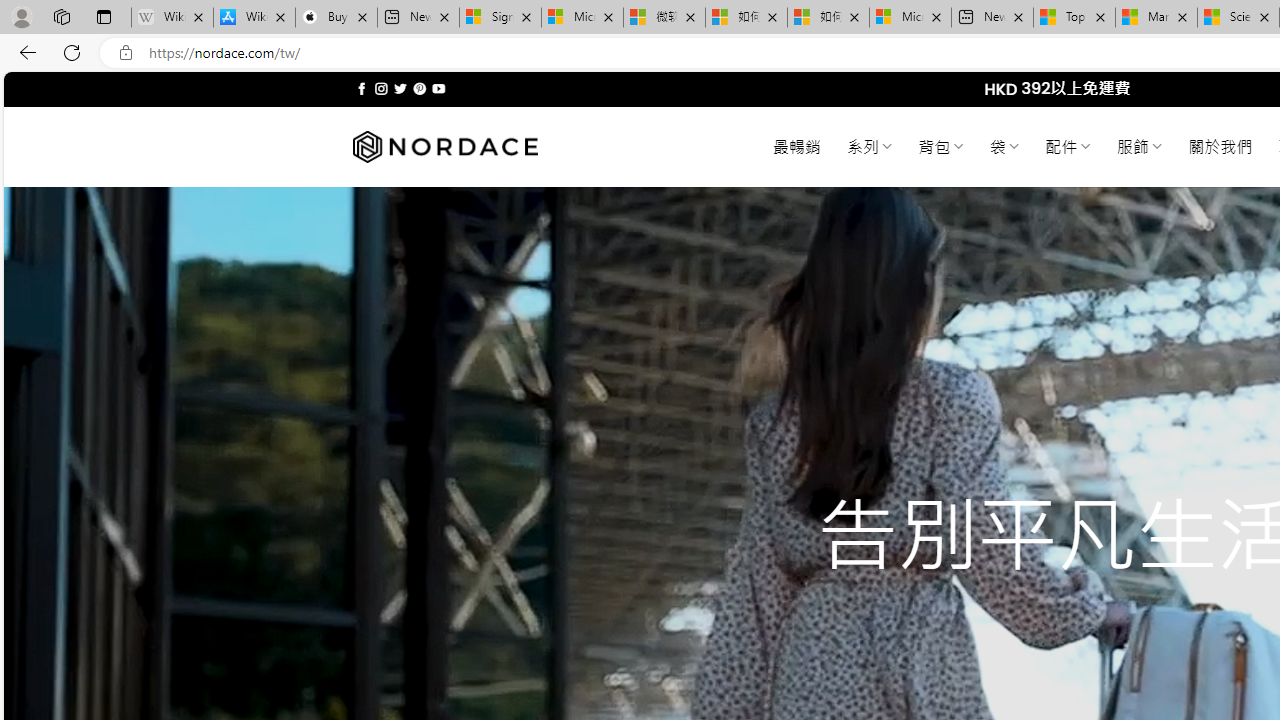 The width and height of the screenshot is (1280, 720). What do you see at coordinates (1073, 17) in the screenshot?
I see `'Top Stories - MSN'` at bounding box center [1073, 17].